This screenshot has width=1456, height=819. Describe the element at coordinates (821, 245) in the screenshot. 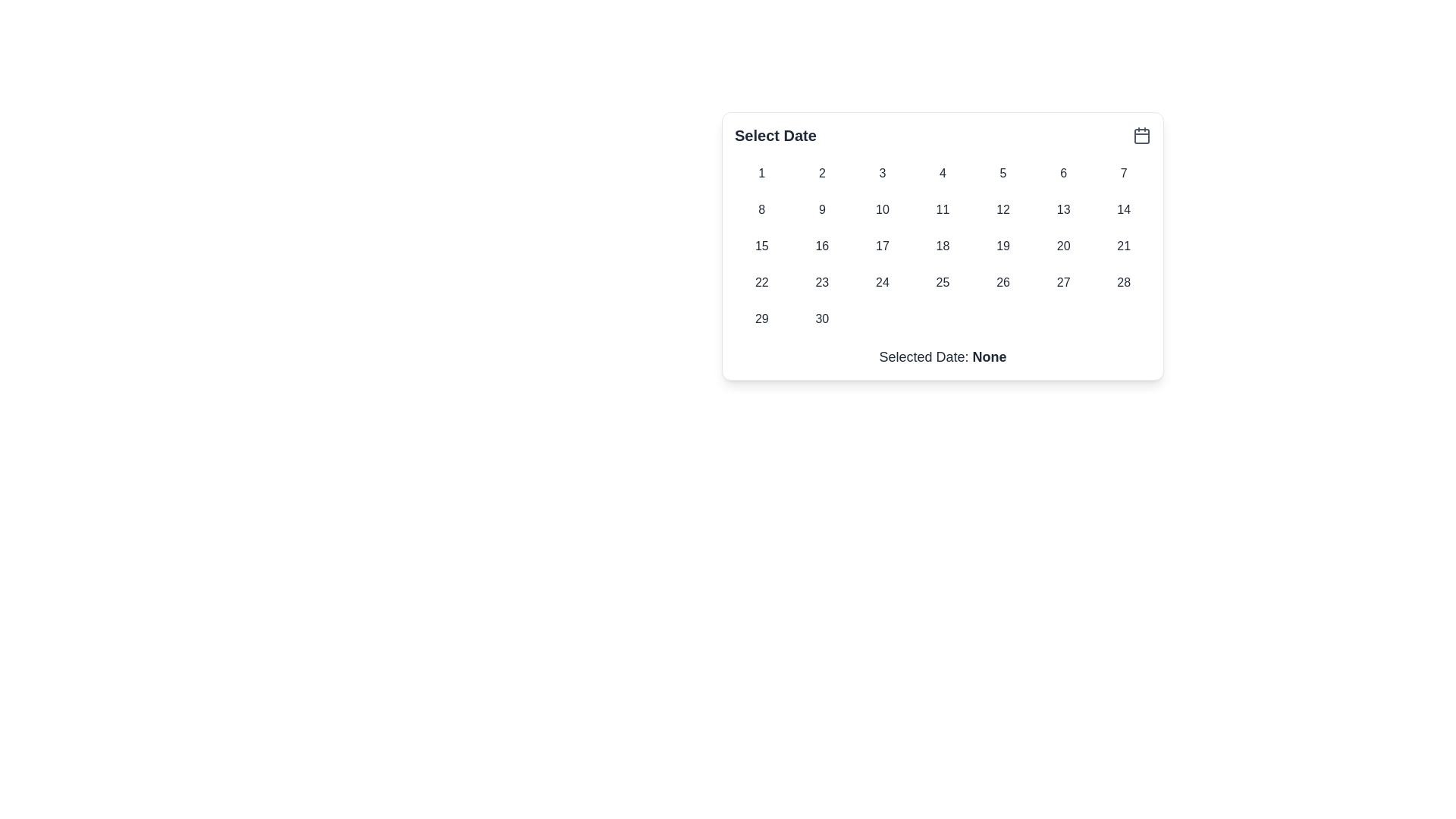

I see `the selectable button representing the date '16' in the calendar interface` at that location.